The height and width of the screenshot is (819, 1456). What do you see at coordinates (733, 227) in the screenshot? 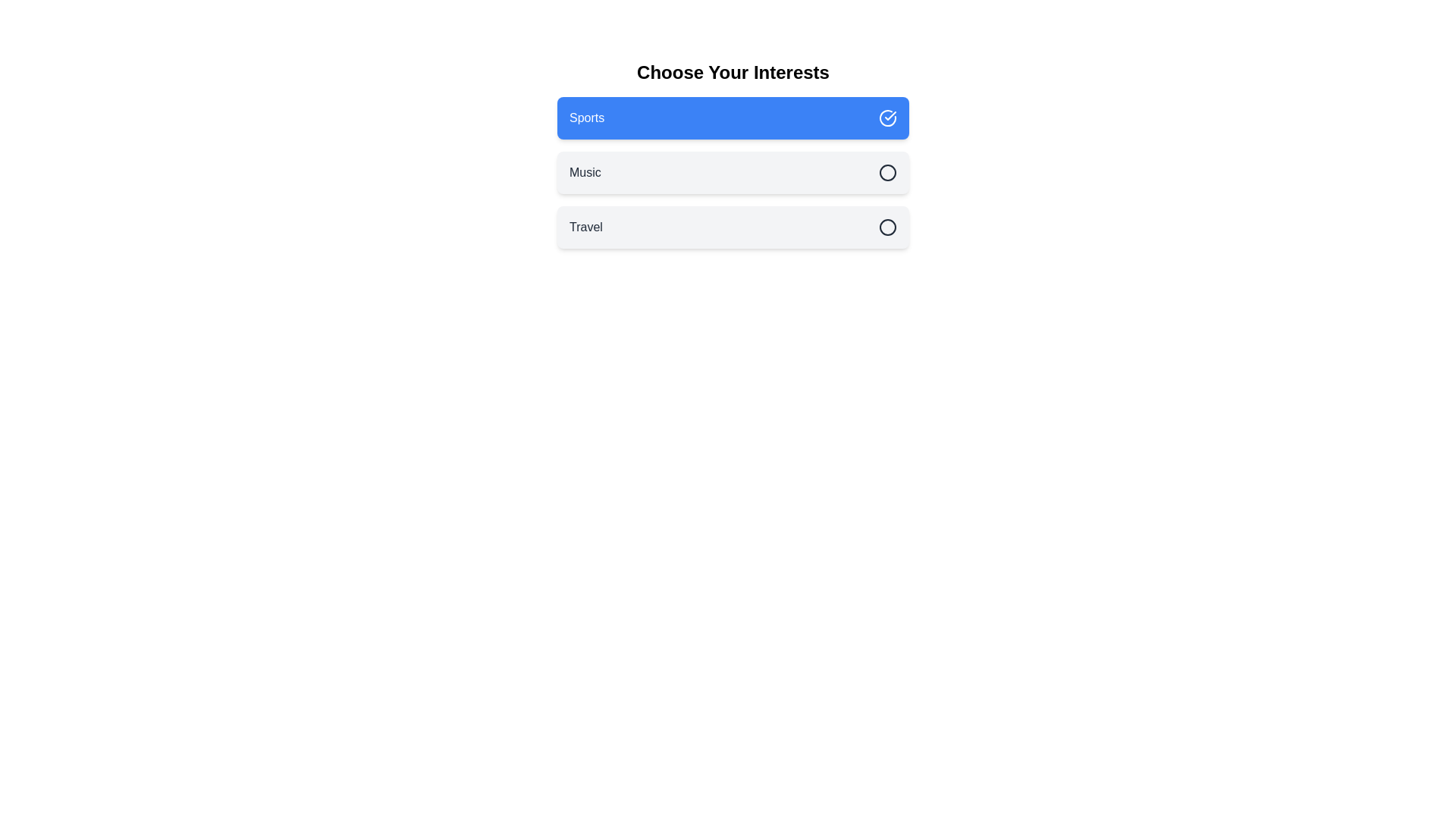
I see `the chip labeled Travel` at bounding box center [733, 227].